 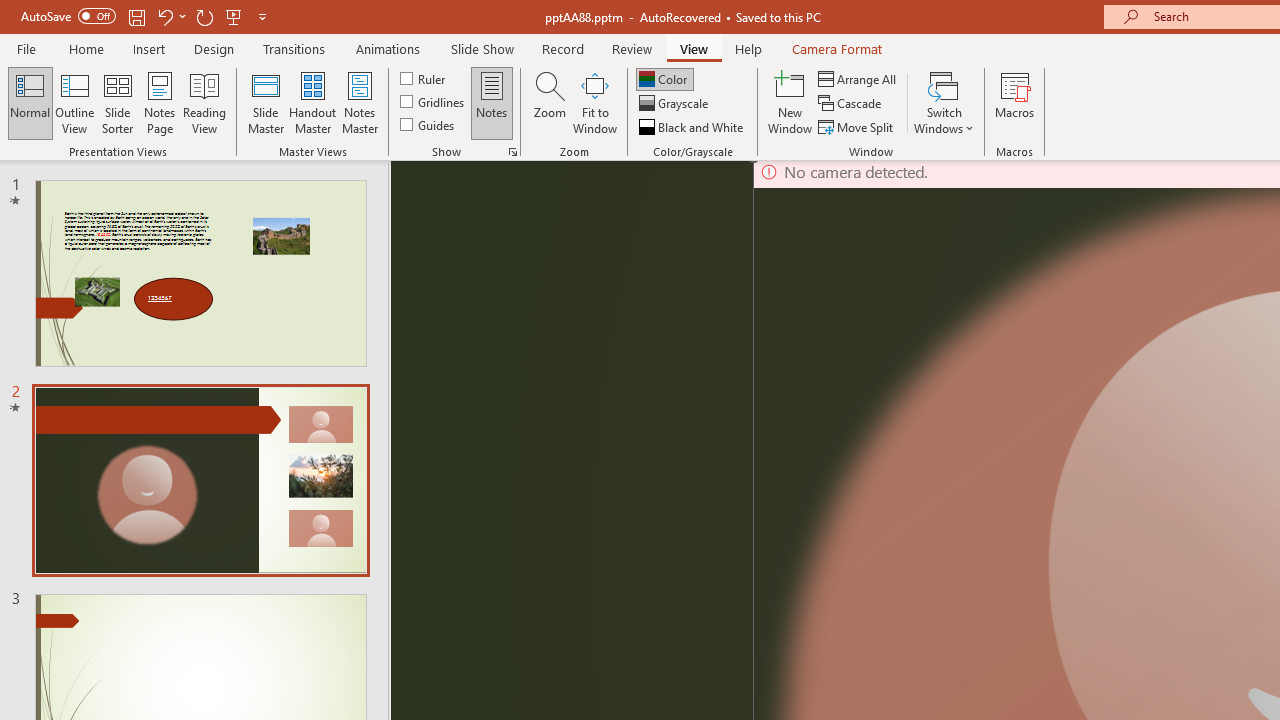 What do you see at coordinates (160, 103) in the screenshot?
I see `'Notes Page'` at bounding box center [160, 103].